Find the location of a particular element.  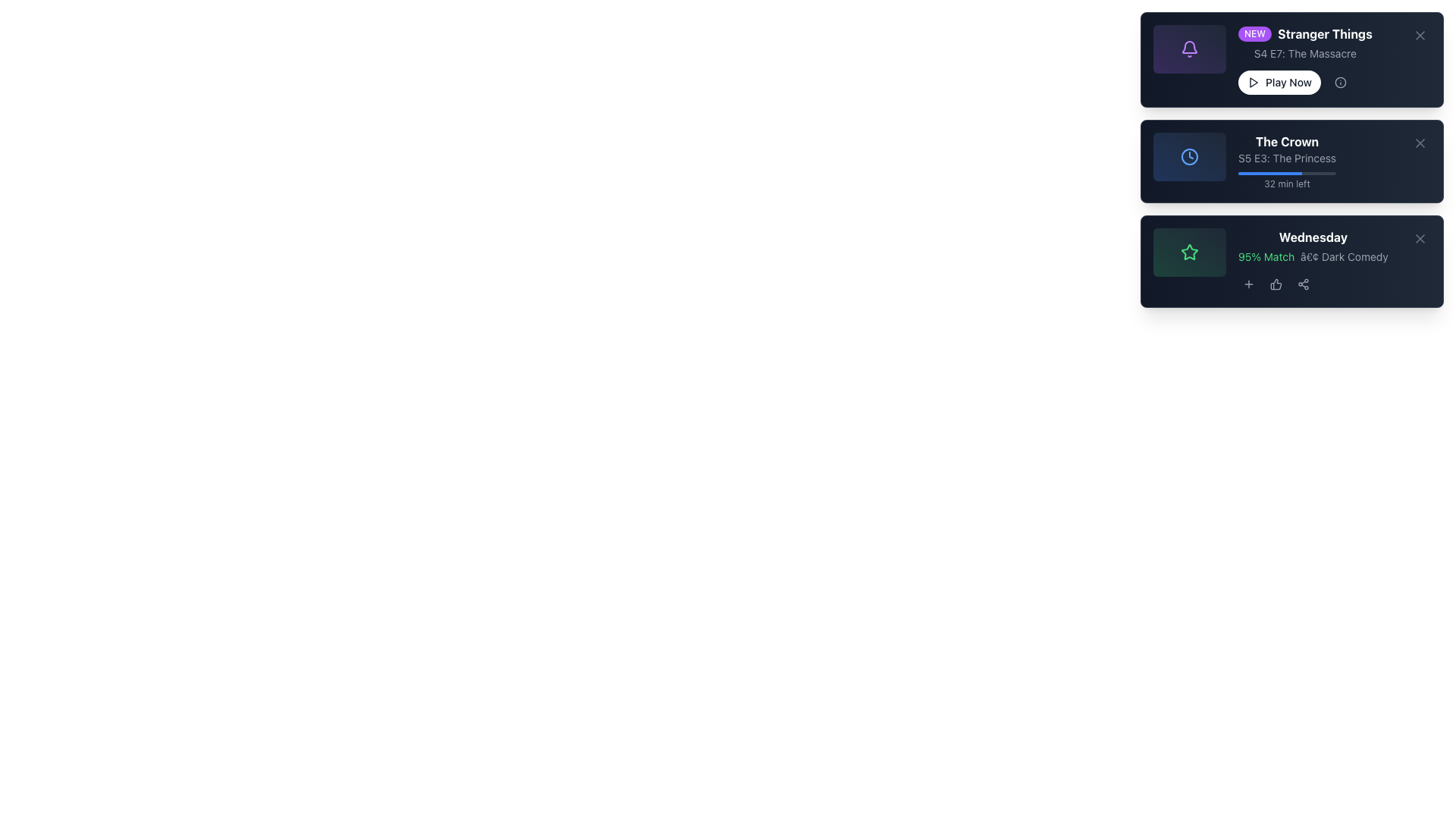

the card UI component that provides details about a specific media item is located at coordinates (1244, 161).